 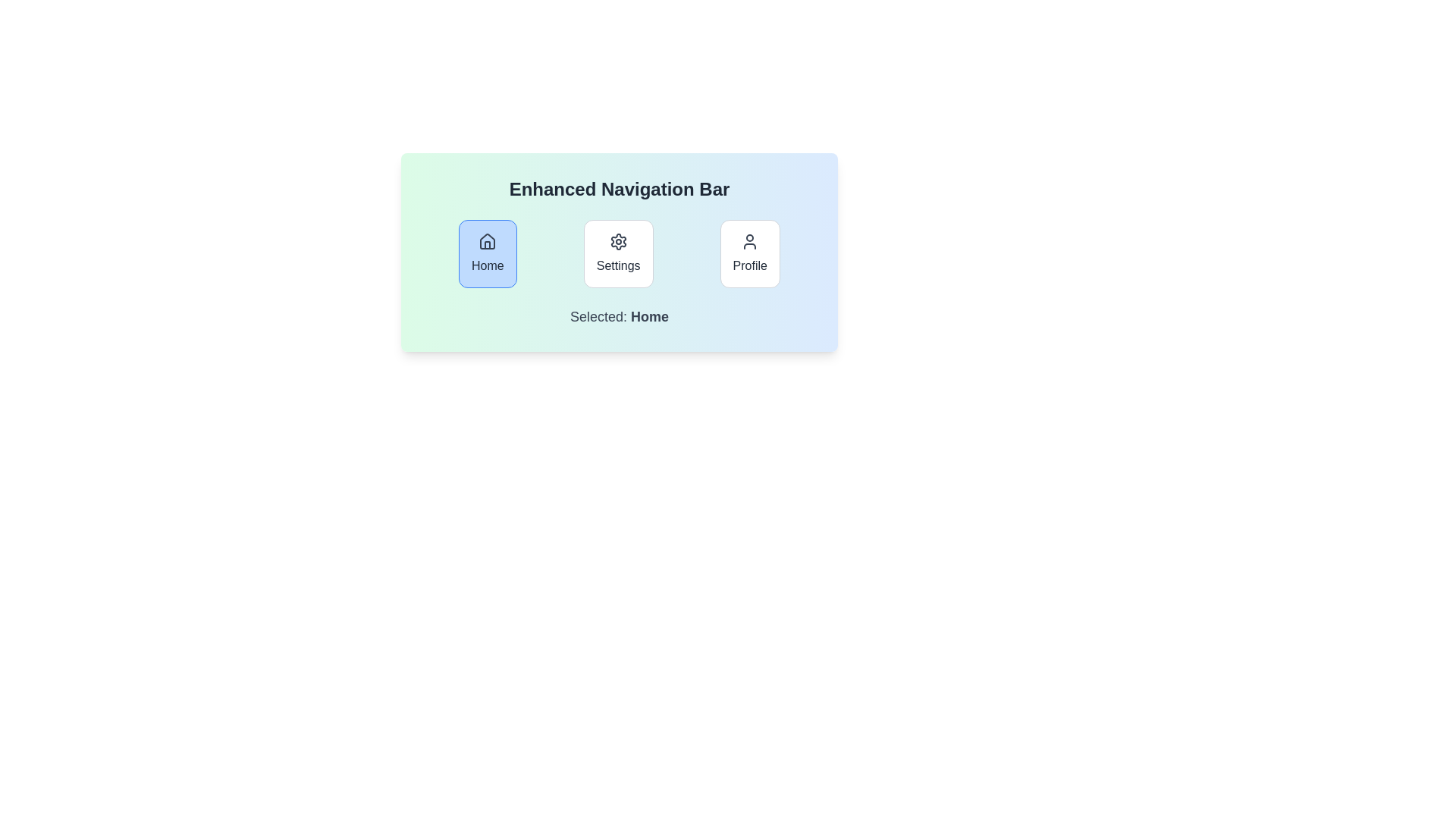 What do you see at coordinates (619, 253) in the screenshot?
I see `the 'Settings' navigation button located in the middle of the horizontal menu bar beneath the 'Enhanced Navigation Bar' header` at bounding box center [619, 253].